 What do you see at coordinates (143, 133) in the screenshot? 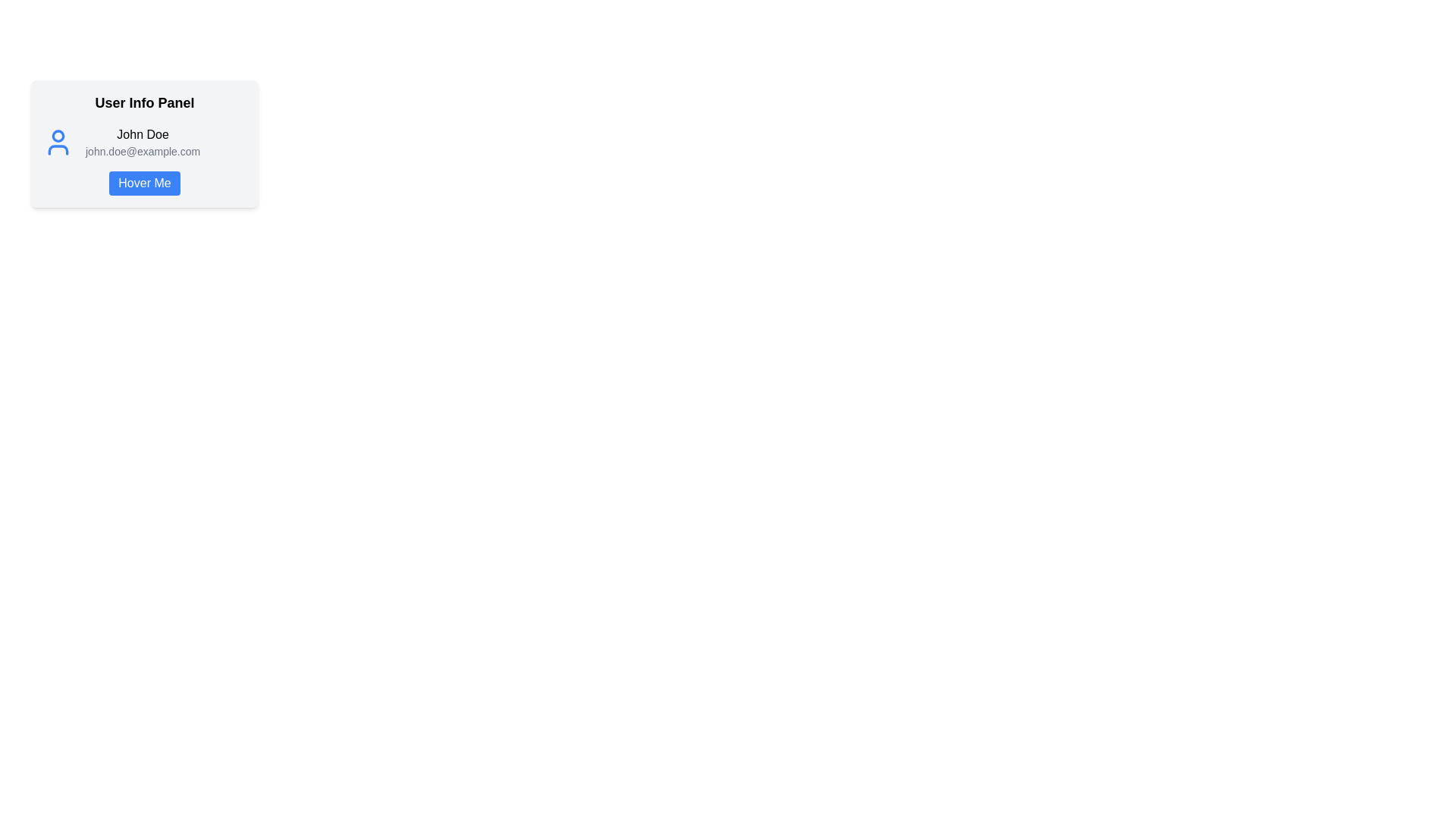
I see `the text element displaying the name 'John Doe', which is in bold and medium-sized font located in the upper left portion of a user information panel` at bounding box center [143, 133].